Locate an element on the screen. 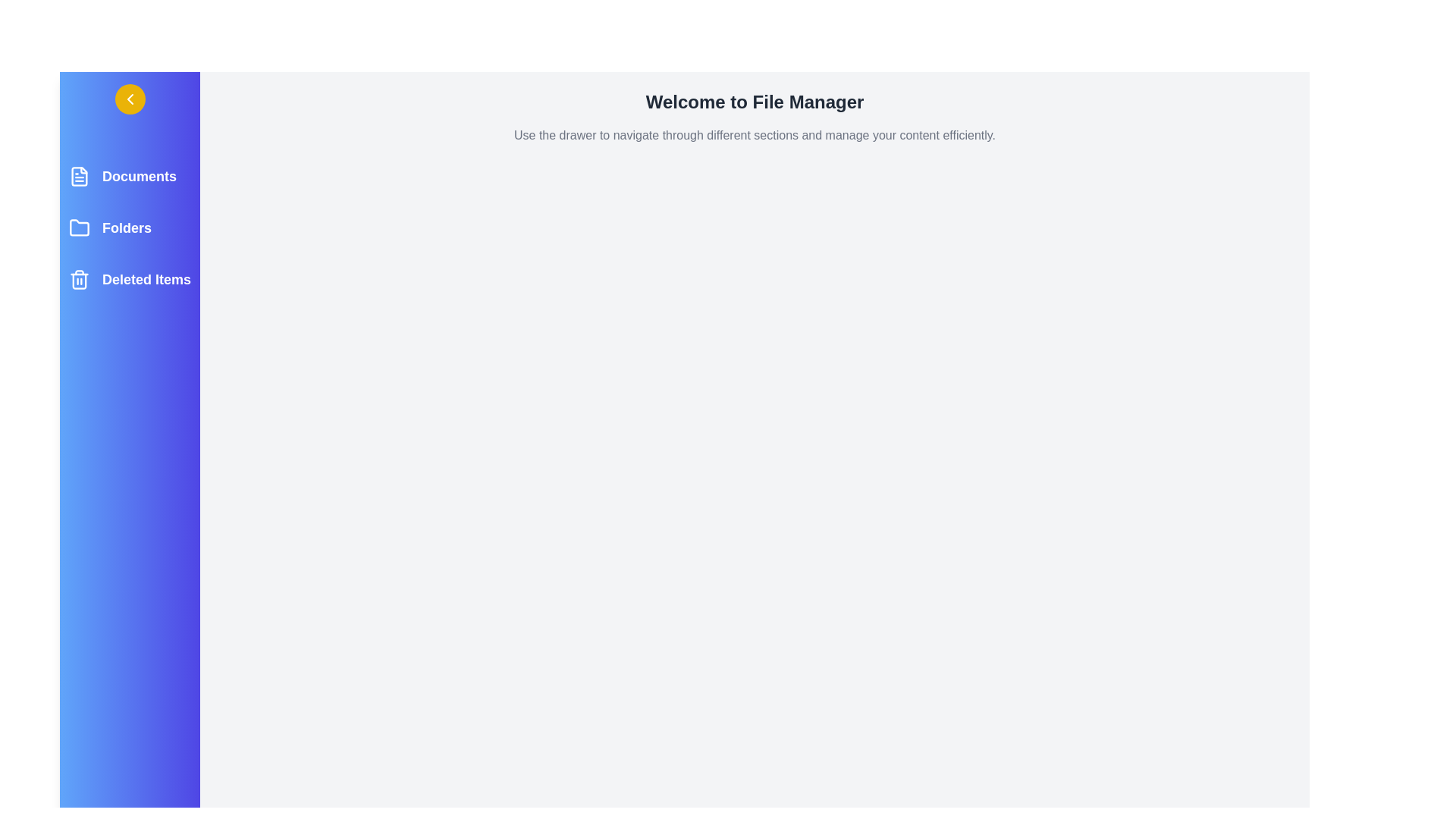 This screenshot has width=1456, height=819. the Deleted Items section to highlight it is located at coordinates (130, 280).